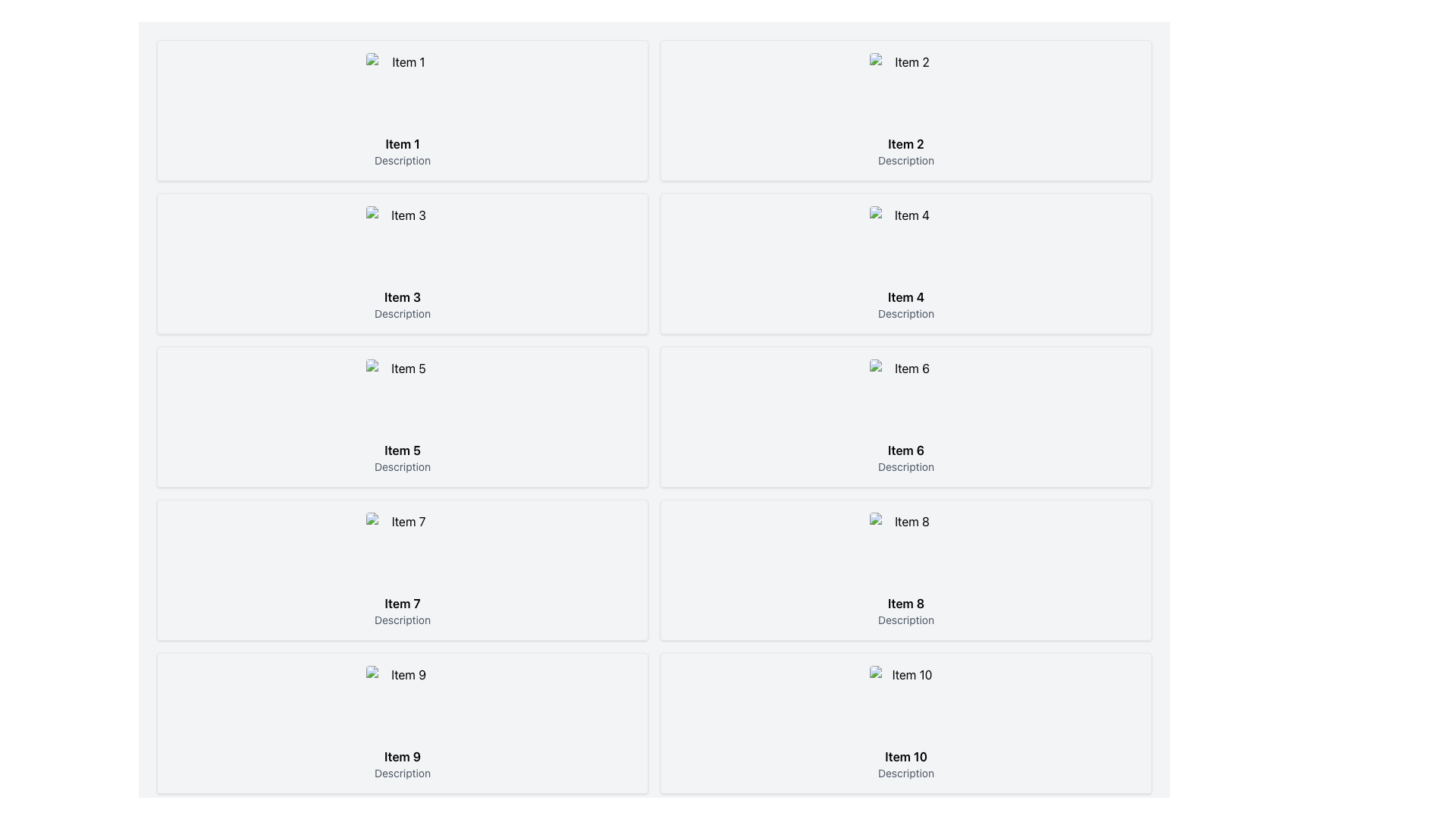 The width and height of the screenshot is (1456, 819). Describe the element at coordinates (906, 757) in the screenshot. I see `text label displaying 'Item 10' which is located below the image and above the description text 'Description.'` at that location.